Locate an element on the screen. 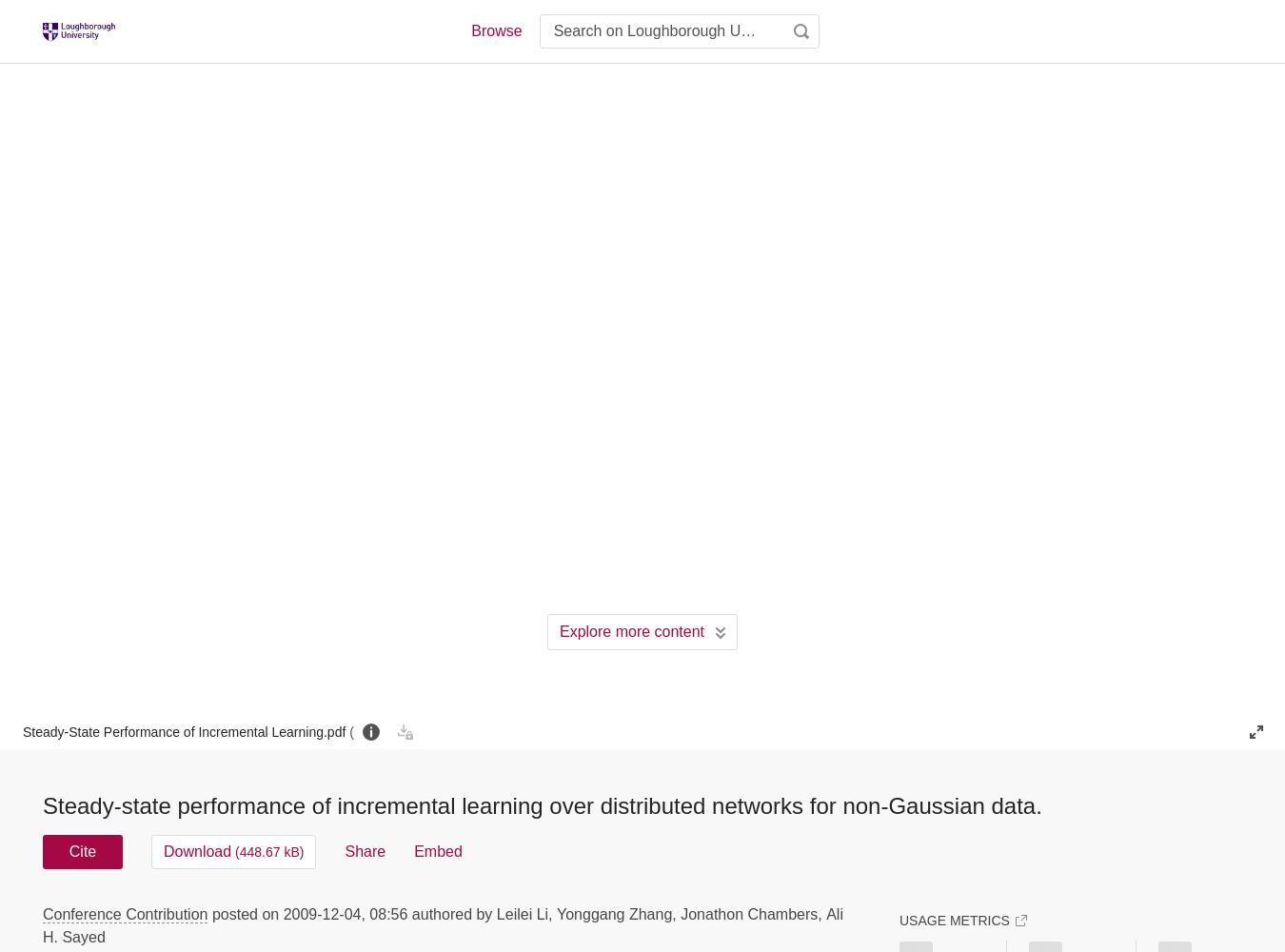 The height and width of the screenshot is (952, 1285). 'authored by' is located at coordinates (450, 912).